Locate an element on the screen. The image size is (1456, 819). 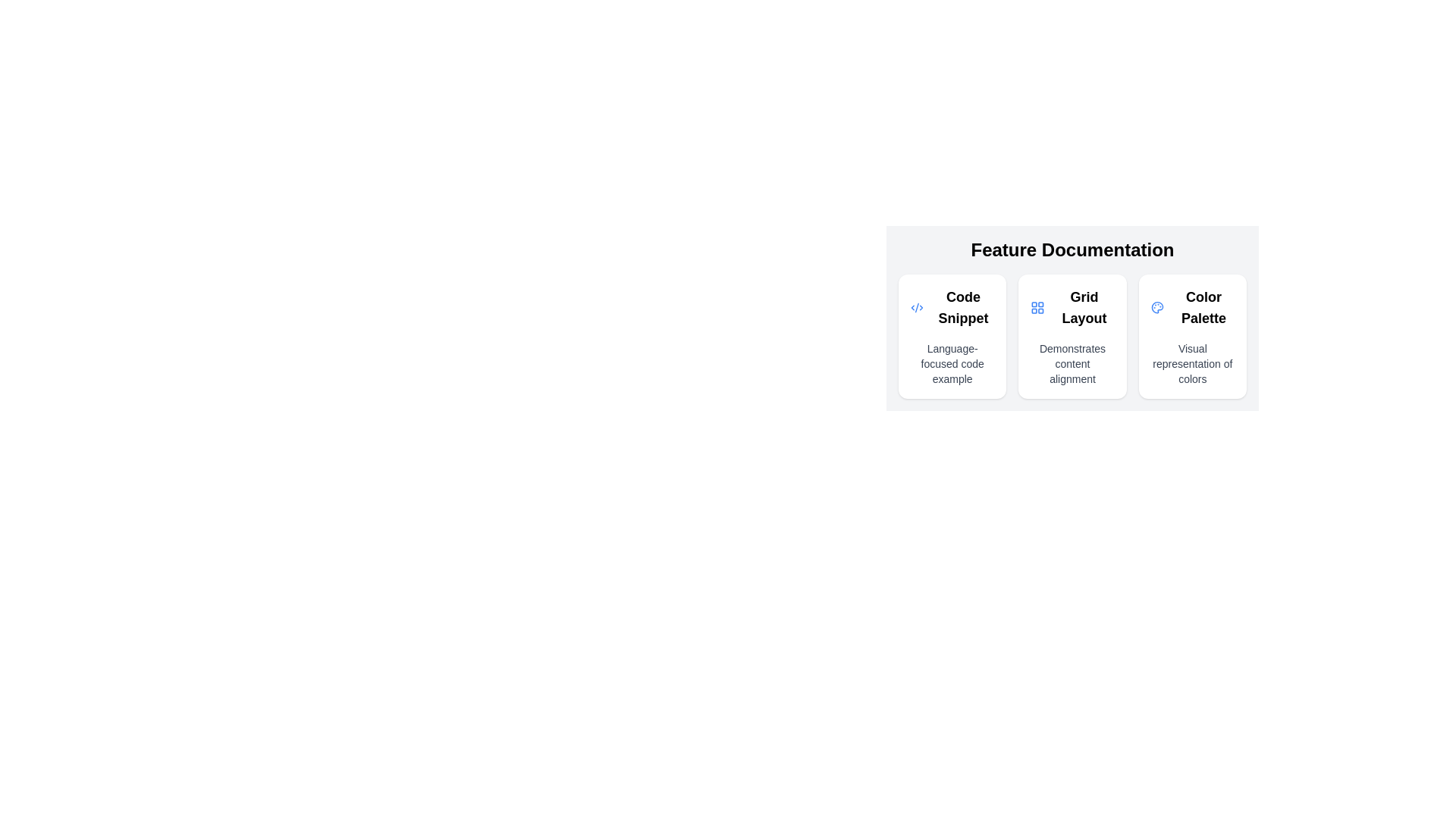
the descriptive title Text element located under the 'Feature Documentation' header, positioned between 'Code Snippet' and 'Color Palette' is located at coordinates (1072, 307).